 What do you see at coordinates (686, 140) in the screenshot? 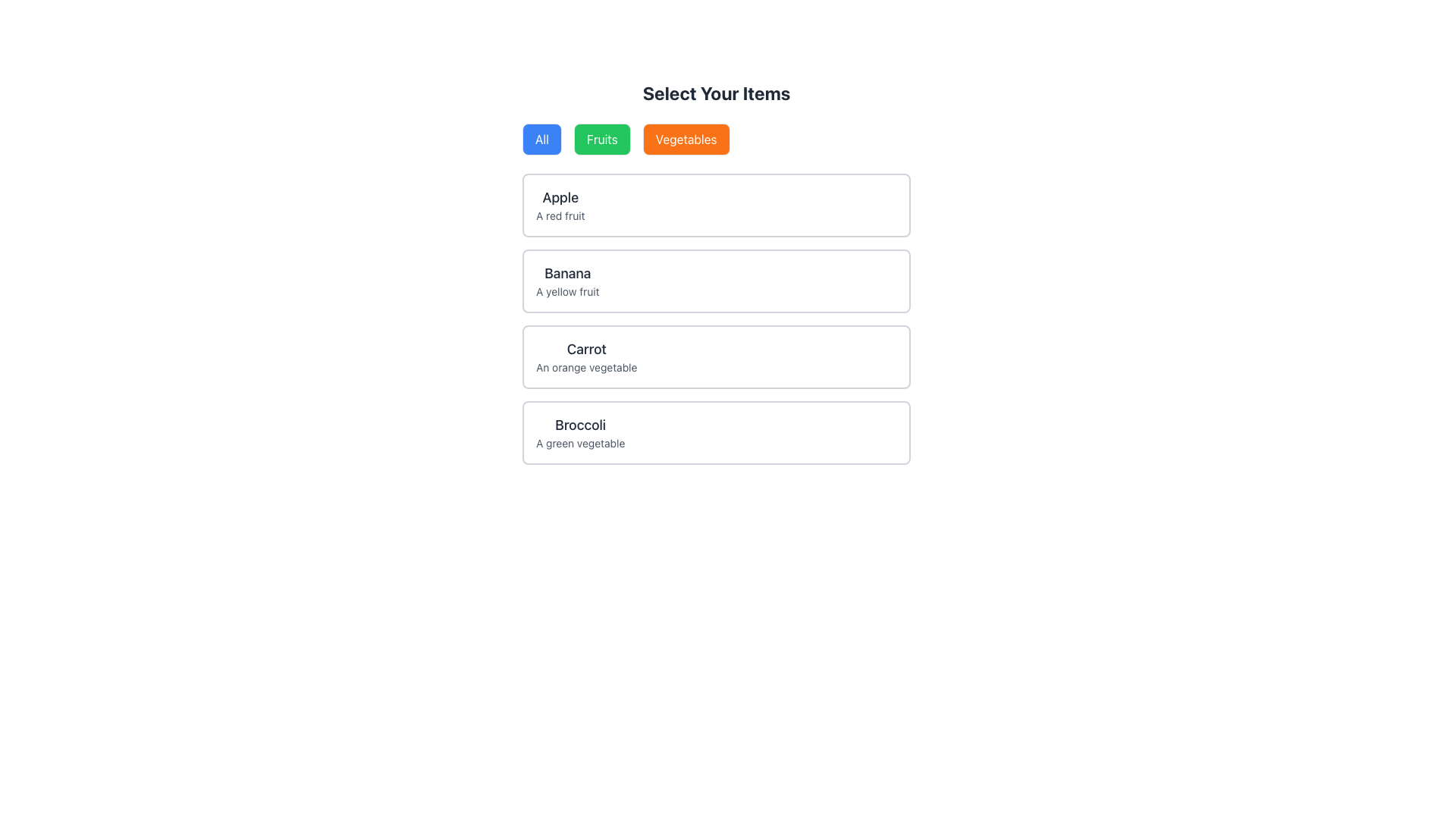
I see `the 'Vegetables' filter button, which is the third button in a group of three labeled 'All', 'Fruits', and 'Vegetables', located below the 'Select Your Items' header` at bounding box center [686, 140].